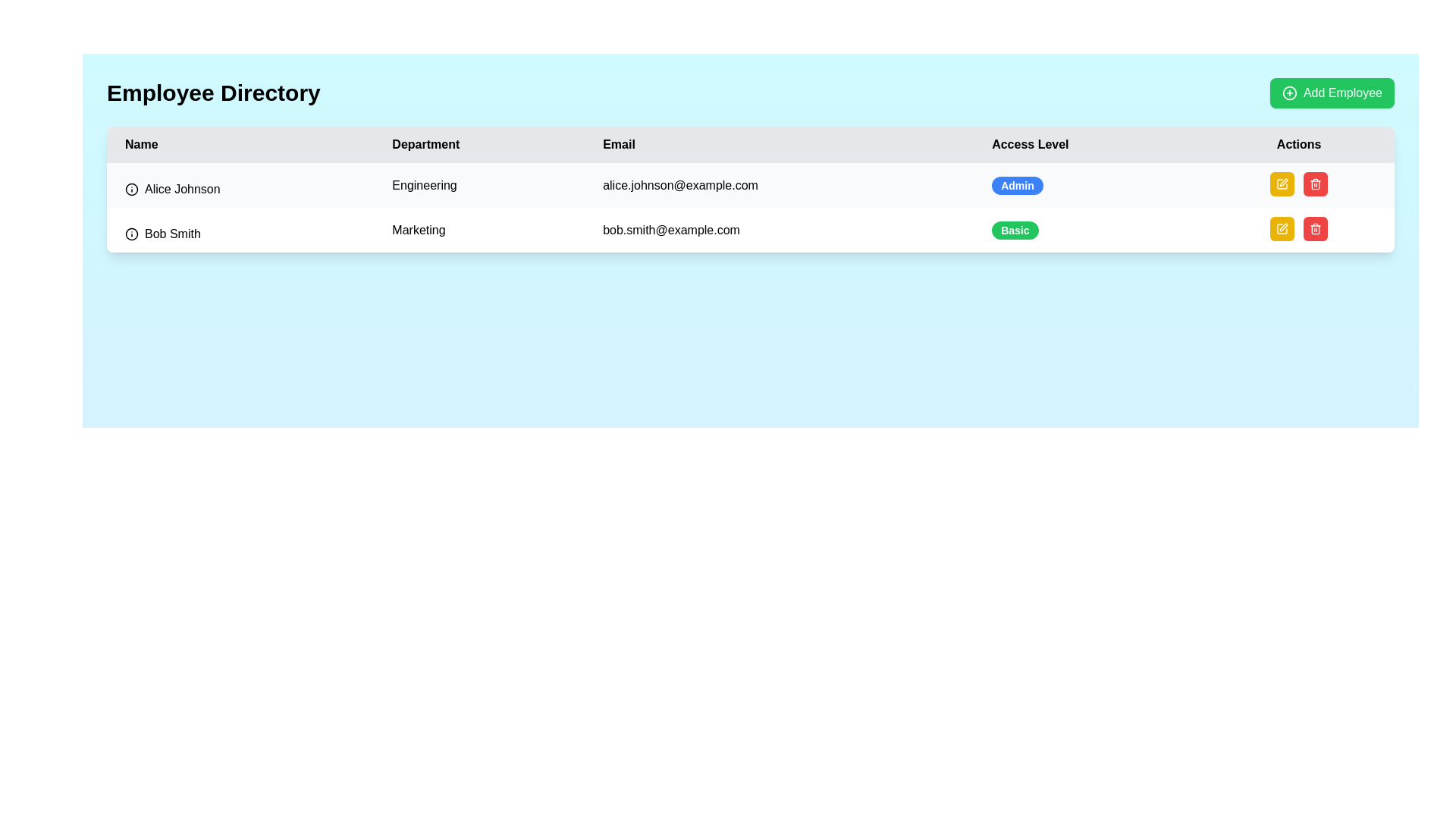 The height and width of the screenshot is (819, 1456). Describe the element at coordinates (1283, 227) in the screenshot. I see `the SVG icon depicting a pen in the 'Actions' column for 'Bob Smith'` at that location.